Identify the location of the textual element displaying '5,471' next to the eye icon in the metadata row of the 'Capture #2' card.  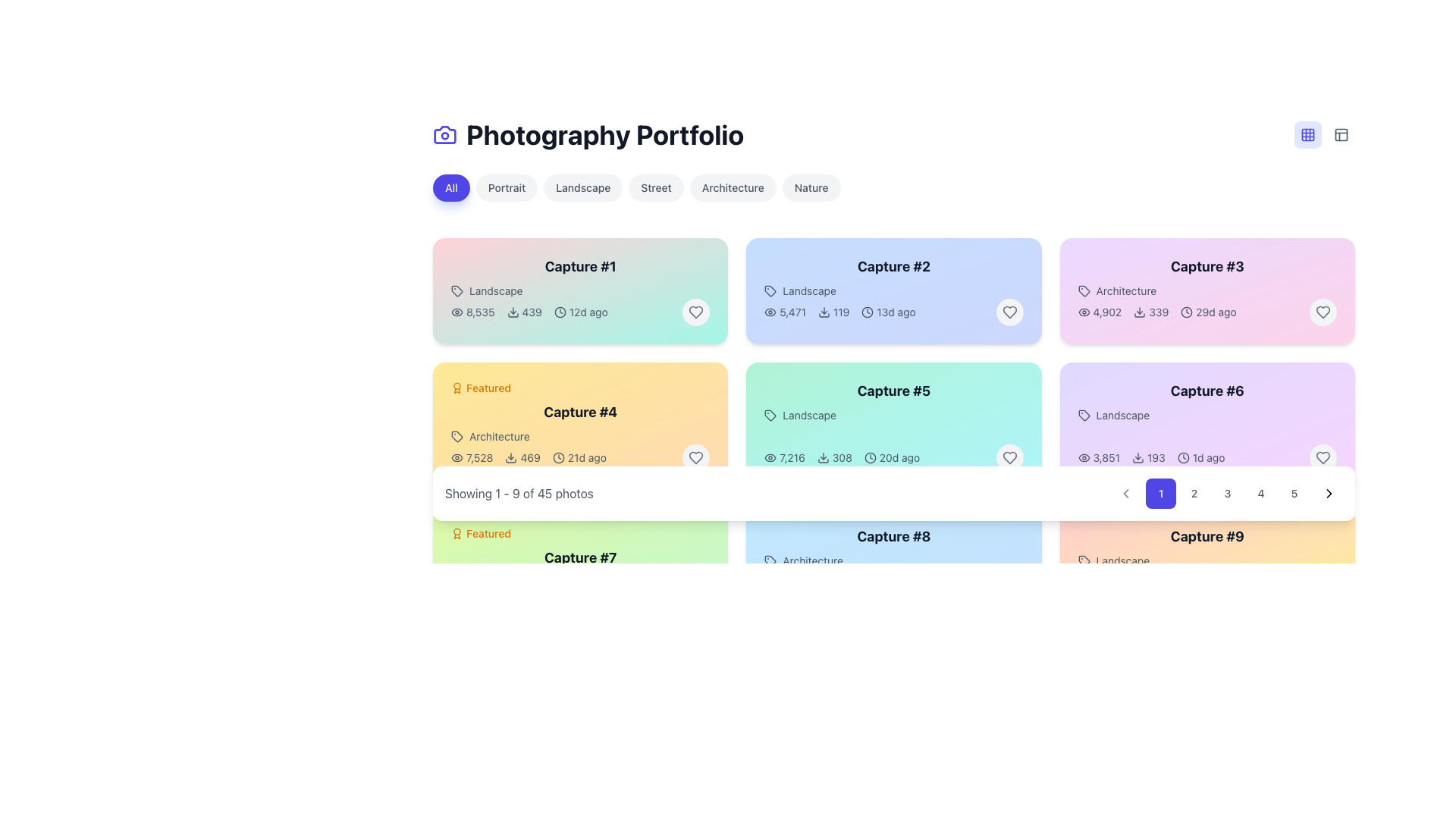
(785, 312).